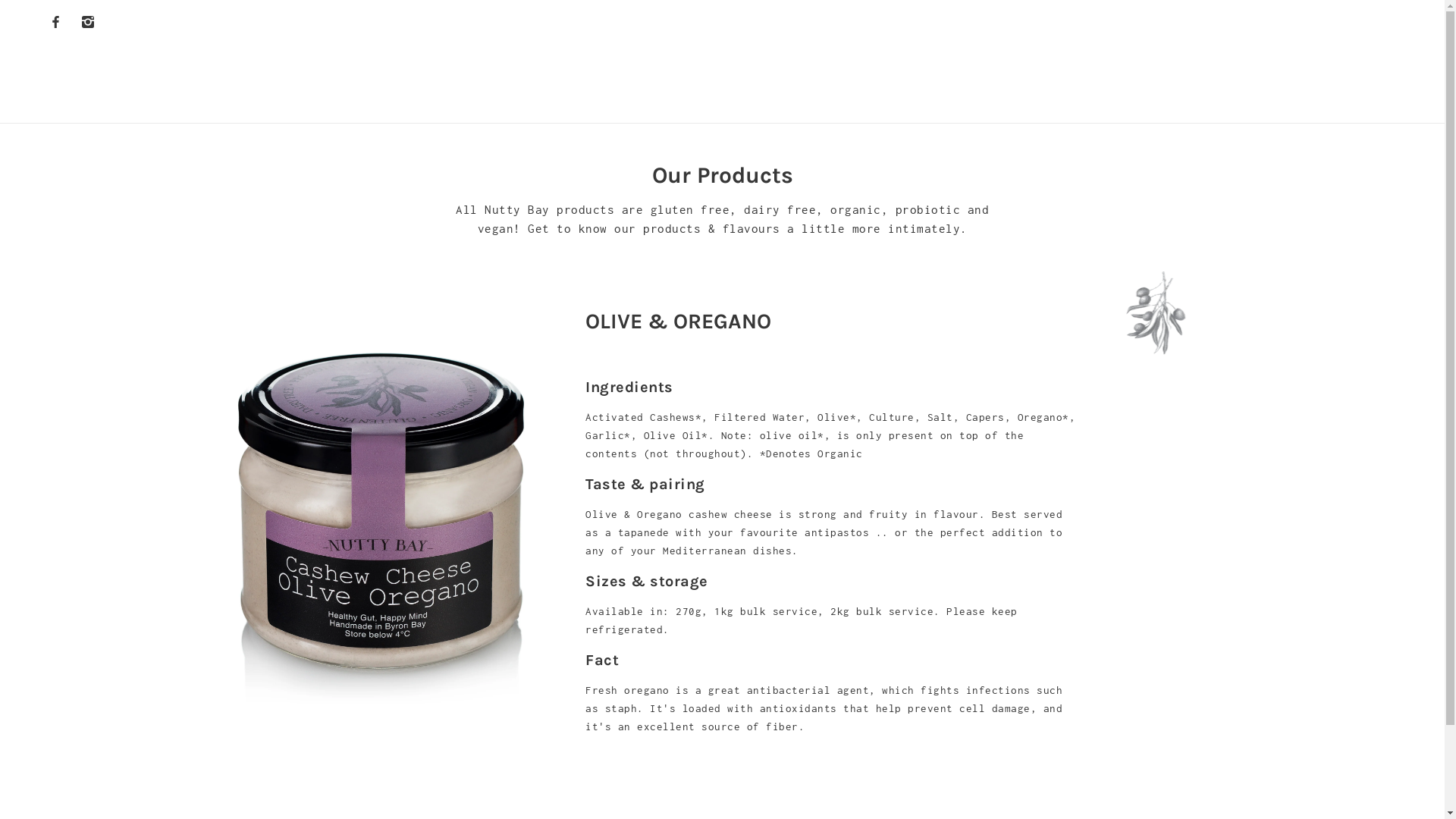 The width and height of the screenshot is (1456, 819). Describe the element at coordinates (86, 20) in the screenshot. I see `'Instagram'` at that location.